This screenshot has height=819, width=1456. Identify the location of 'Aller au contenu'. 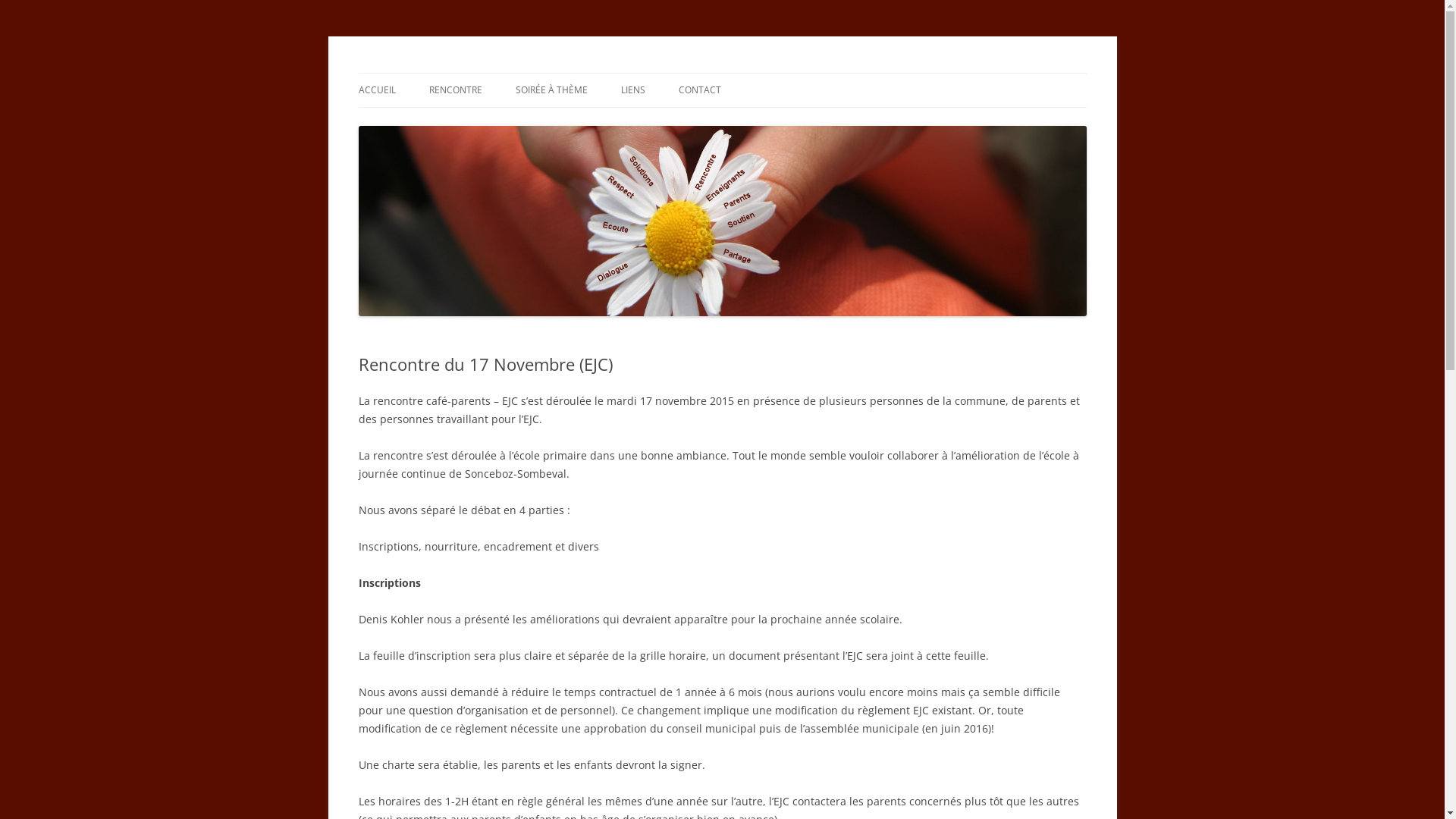
(721, 73).